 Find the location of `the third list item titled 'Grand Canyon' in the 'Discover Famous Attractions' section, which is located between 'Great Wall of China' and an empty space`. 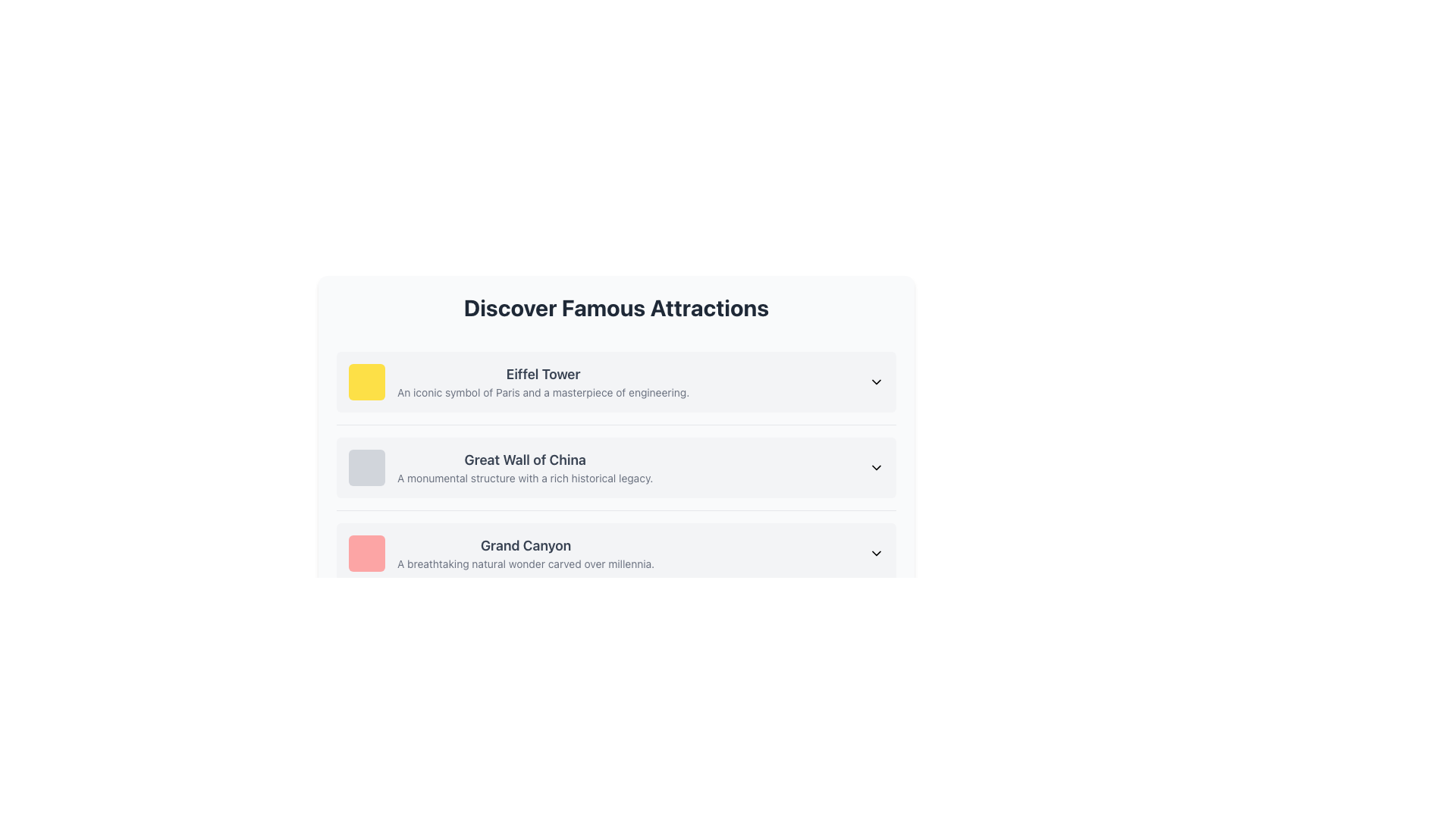

the third list item titled 'Grand Canyon' in the 'Discover Famous Attractions' section, which is located between 'Great Wall of China' and an empty space is located at coordinates (501, 553).